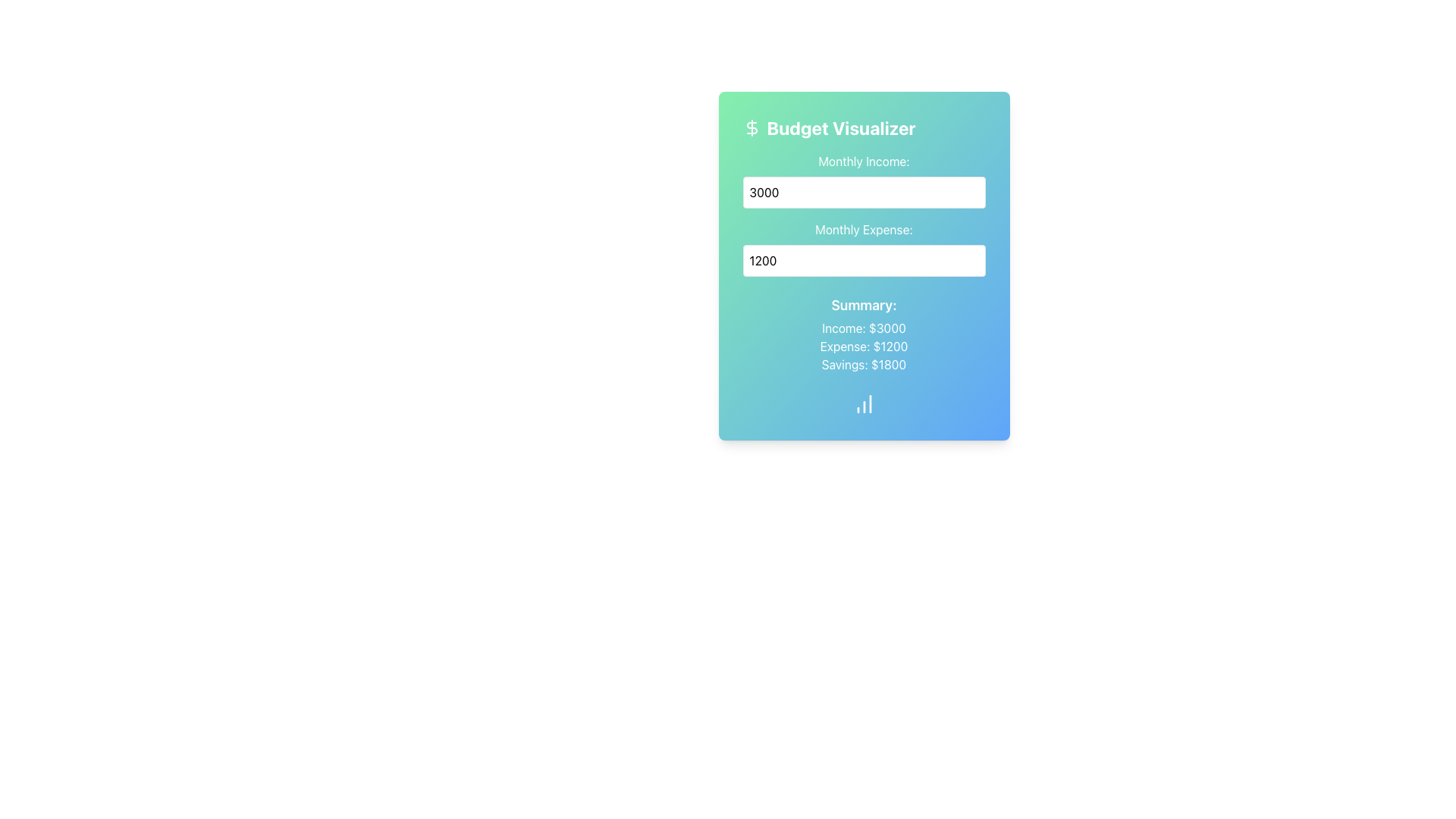 The height and width of the screenshot is (819, 1456). I want to click on value displayed in the Text Display that shows 'Expense: $1200', which is the second item in the list under the 'Summary:' heading, so click(864, 346).